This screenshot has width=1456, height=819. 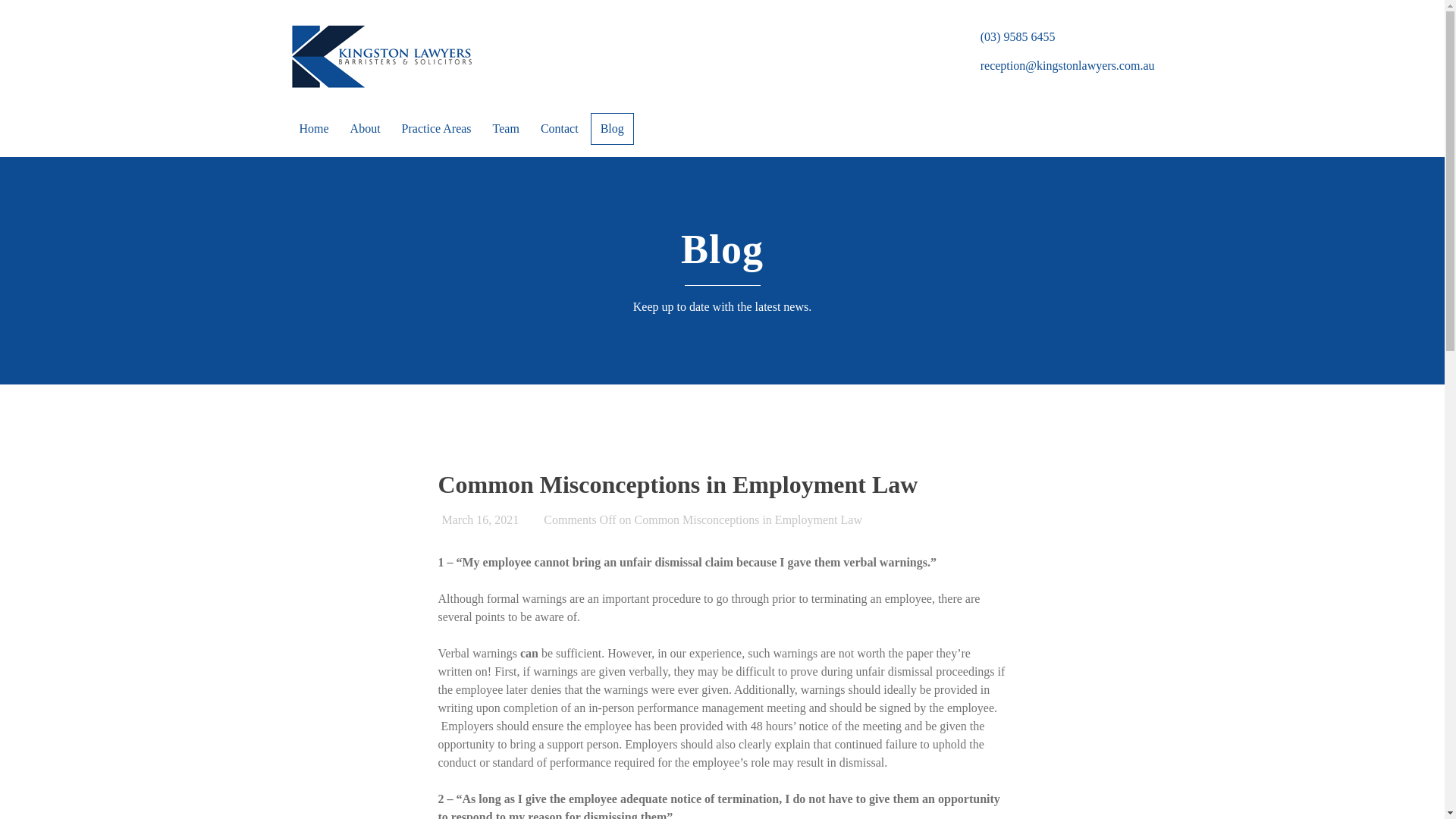 What do you see at coordinates (506, 127) in the screenshot?
I see `'Team'` at bounding box center [506, 127].